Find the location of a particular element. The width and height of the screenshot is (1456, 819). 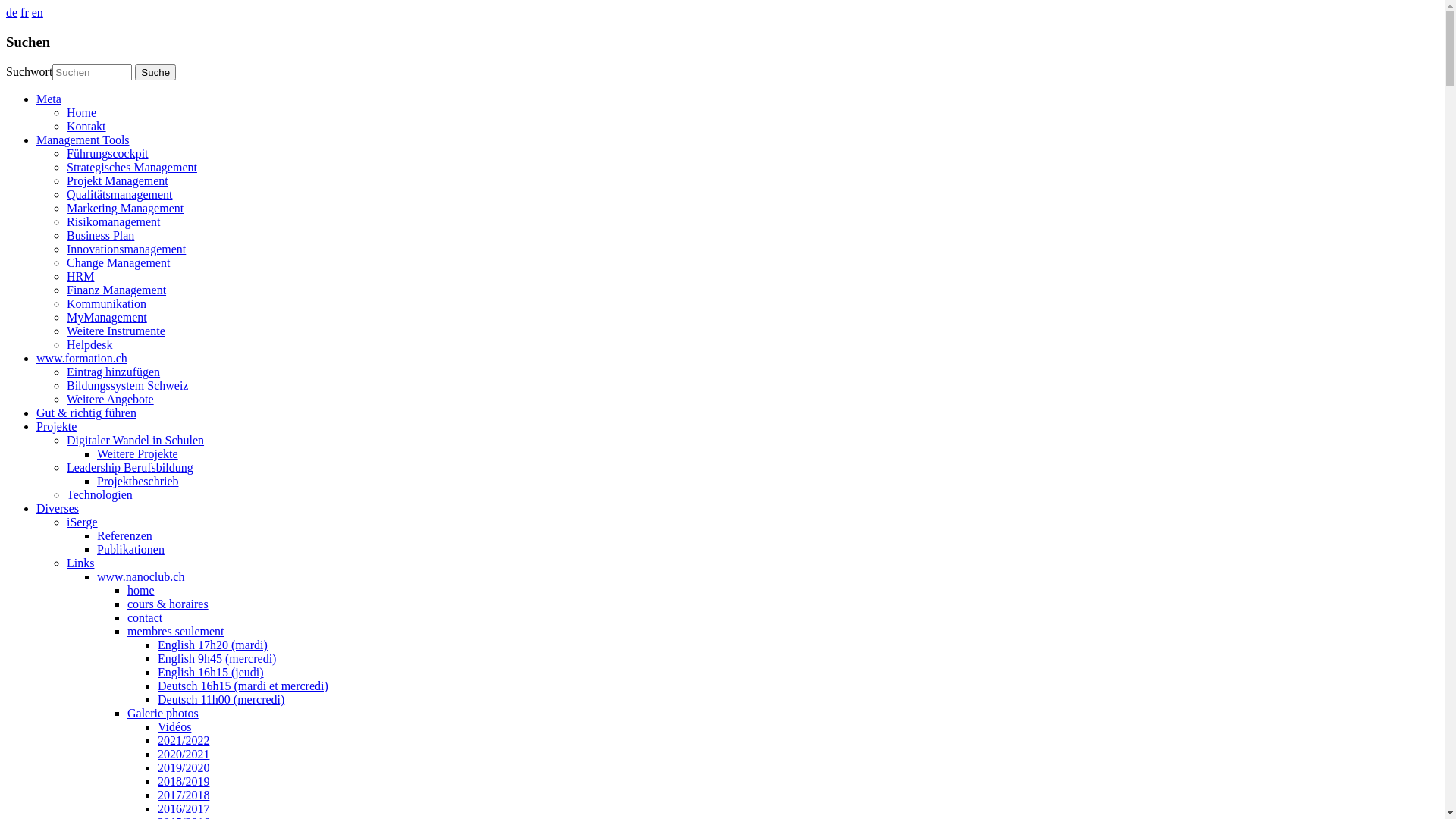

'English 16h15 (jeudi)' is located at coordinates (157, 671).